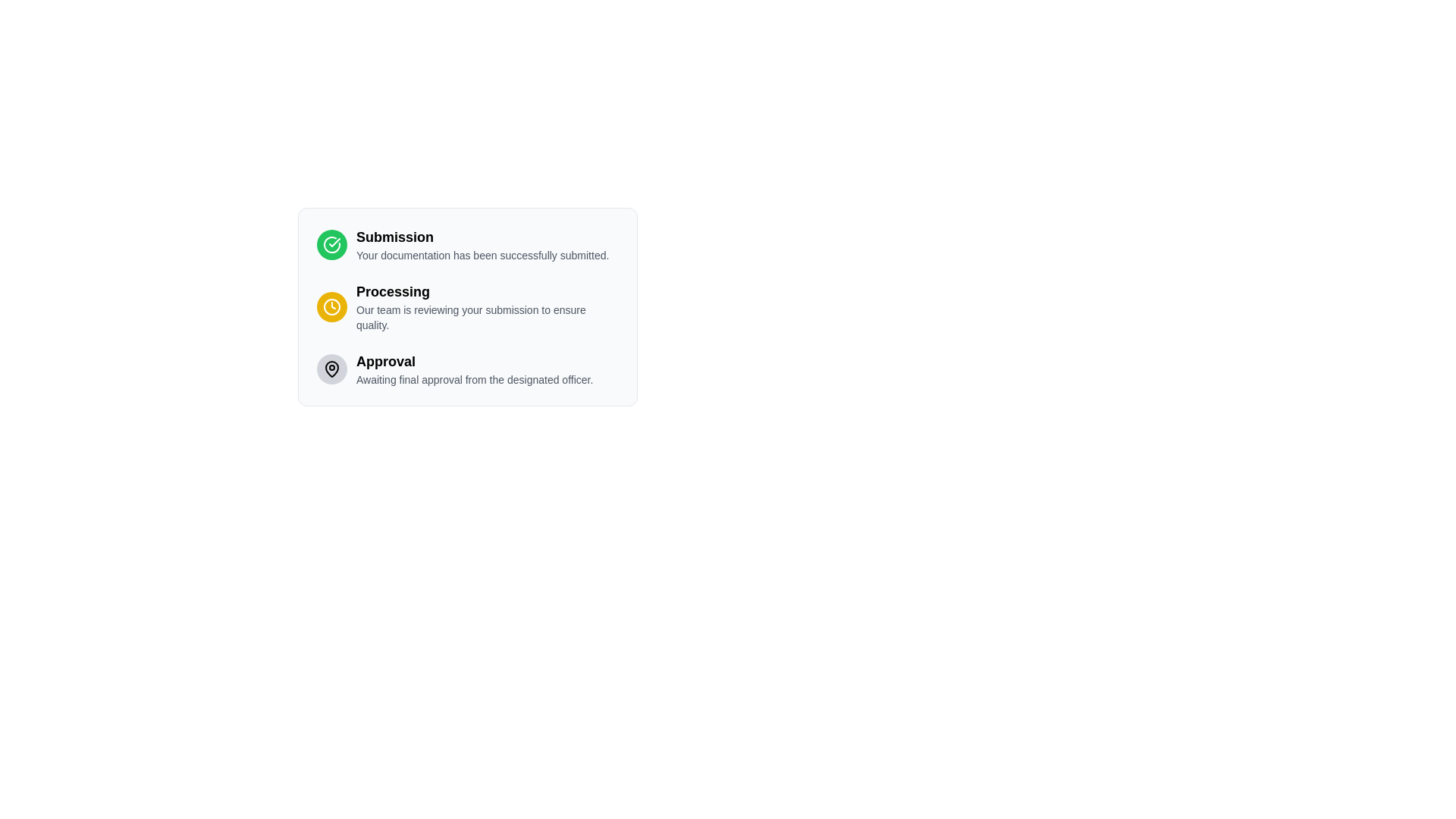 This screenshot has width=1456, height=819. I want to click on the Status Update Item that indicates the current processing status of the submission, which is the second entry in a vertical list of stages (Submission, Processing, Approval), so click(467, 307).